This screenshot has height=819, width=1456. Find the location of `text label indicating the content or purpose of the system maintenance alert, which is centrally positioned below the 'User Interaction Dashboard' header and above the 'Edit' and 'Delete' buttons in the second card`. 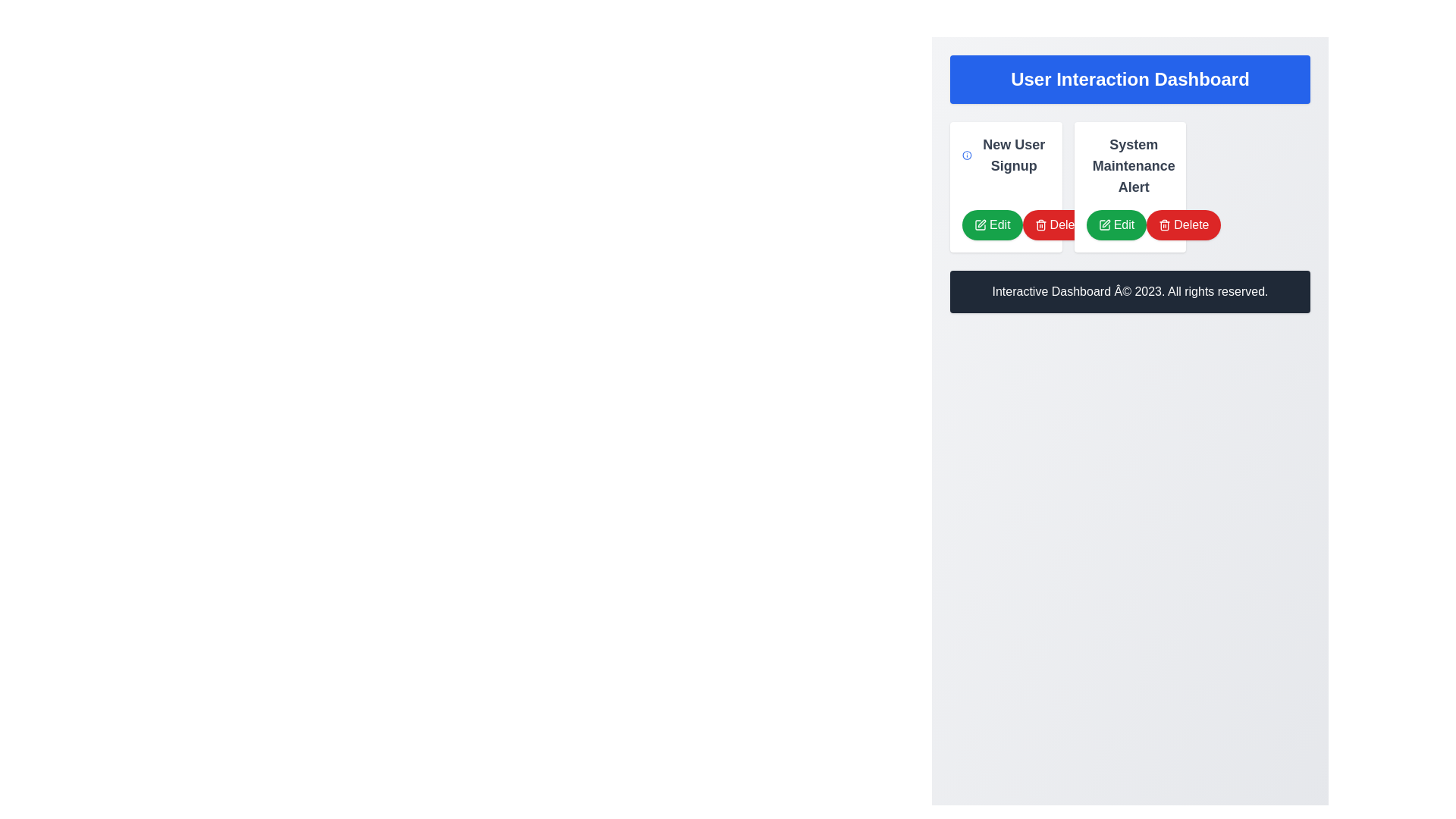

text label indicating the content or purpose of the system maintenance alert, which is centrally positioned below the 'User Interaction Dashboard' header and above the 'Edit' and 'Delete' buttons in the second card is located at coordinates (1130, 166).